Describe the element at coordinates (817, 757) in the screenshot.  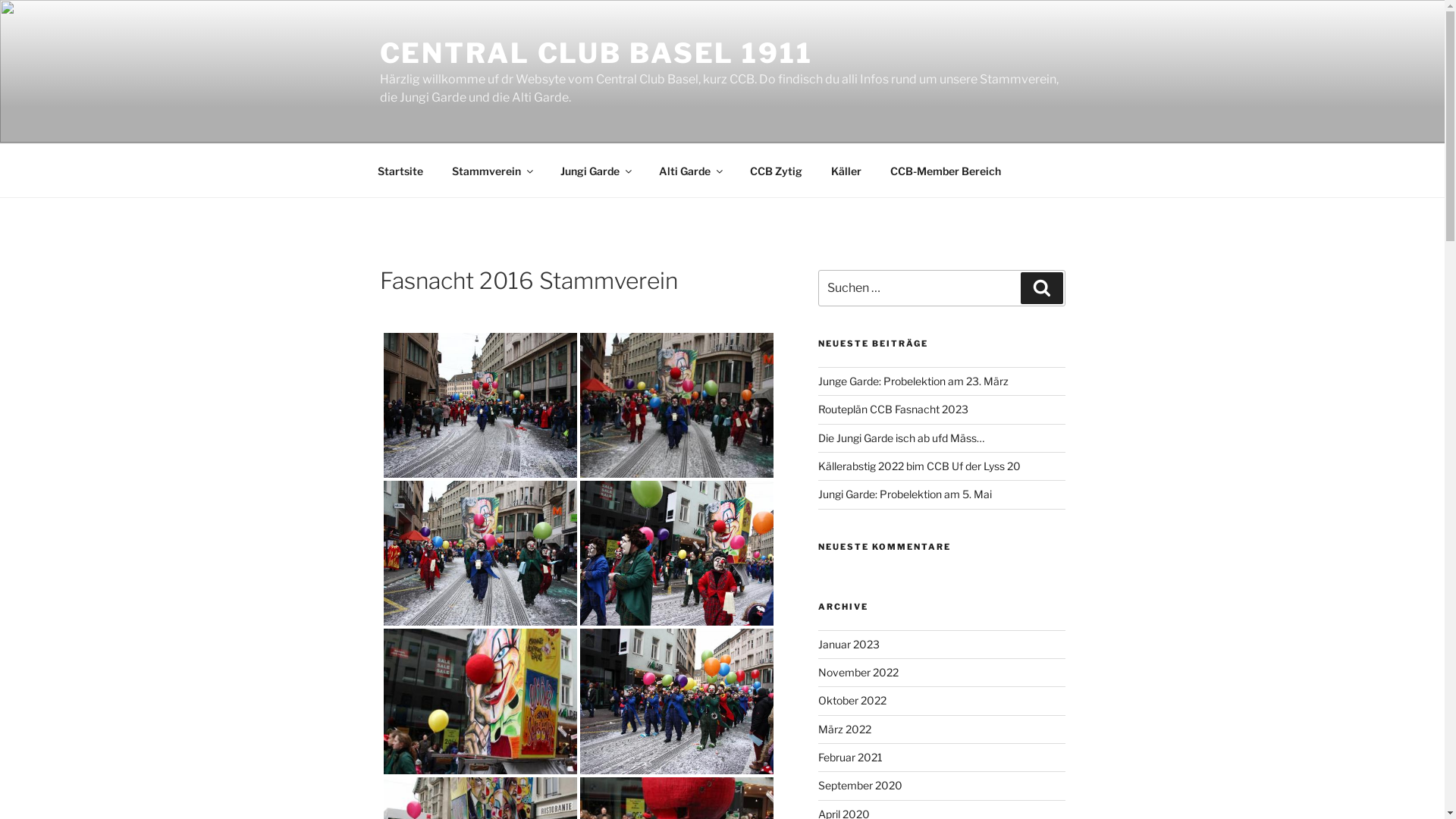
I see `'Februar 2021'` at that location.